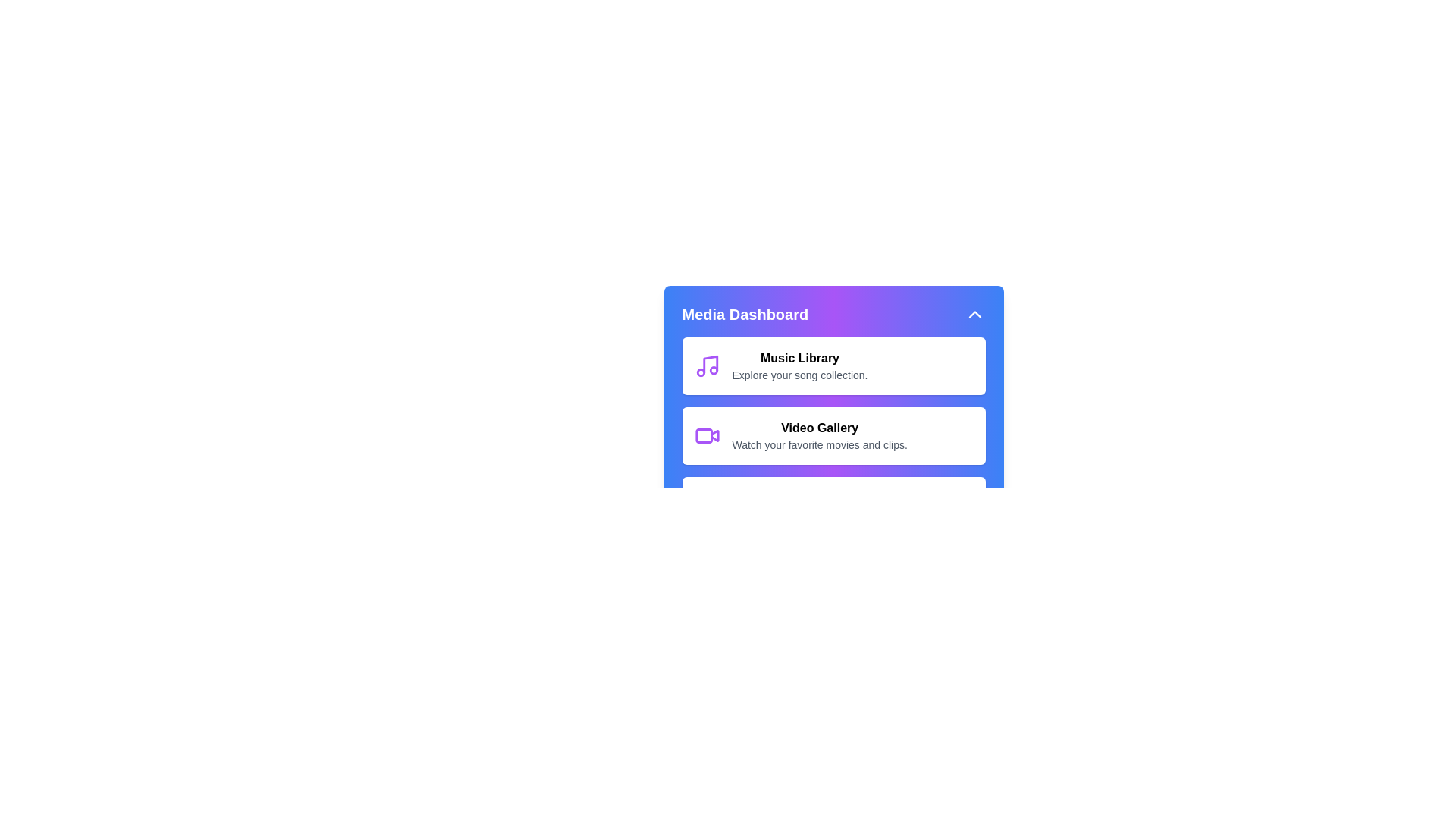 The width and height of the screenshot is (1456, 819). Describe the element at coordinates (833, 435) in the screenshot. I see `the 'Video Gallery' section to select it` at that location.